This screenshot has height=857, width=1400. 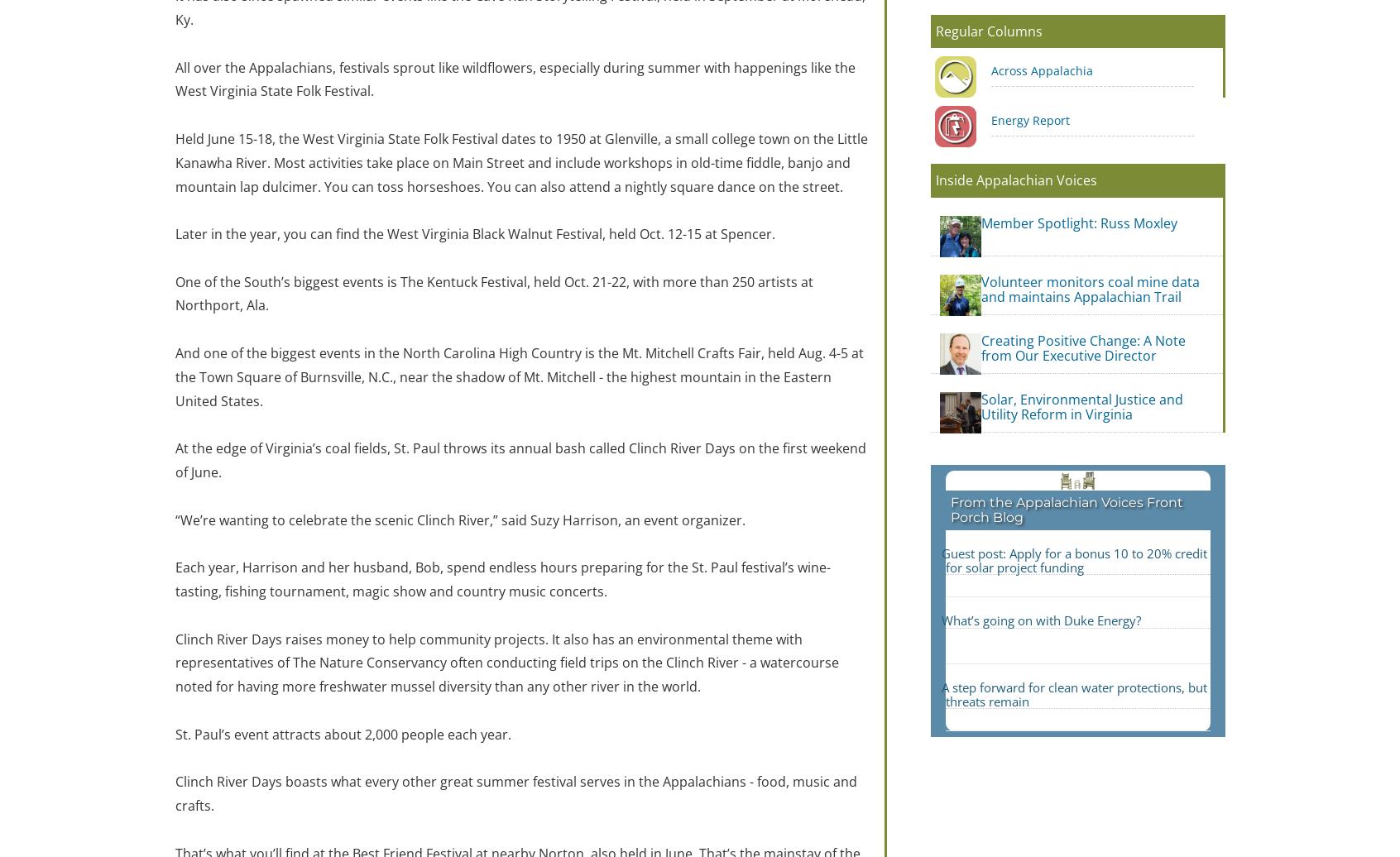 What do you see at coordinates (228, 37) in the screenshot?
I see `'Name'` at bounding box center [228, 37].